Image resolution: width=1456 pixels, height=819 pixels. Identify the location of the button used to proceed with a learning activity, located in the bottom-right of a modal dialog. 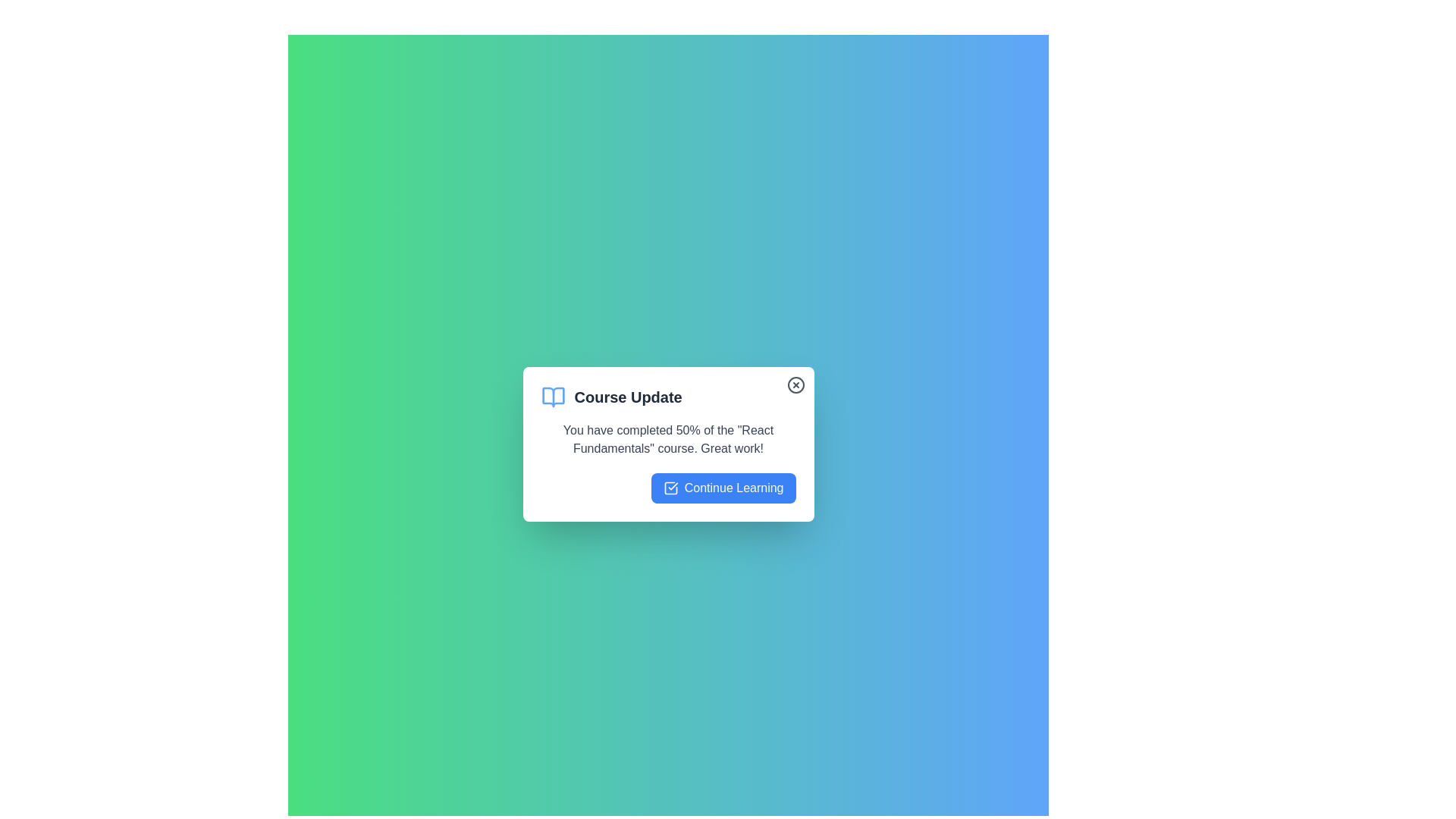
(723, 488).